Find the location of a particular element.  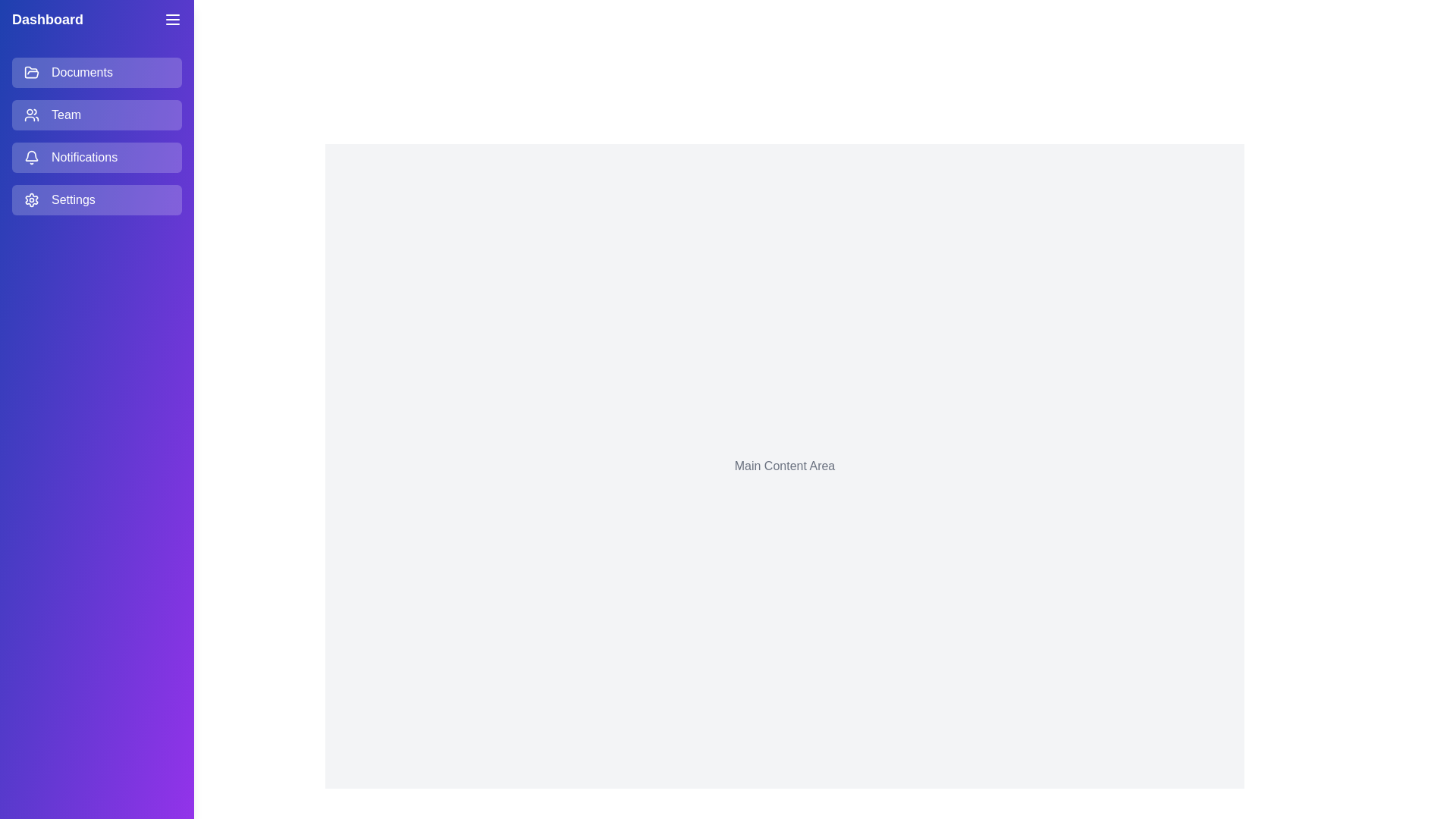

the menu item Notifications to observe hover effects is located at coordinates (96, 158).